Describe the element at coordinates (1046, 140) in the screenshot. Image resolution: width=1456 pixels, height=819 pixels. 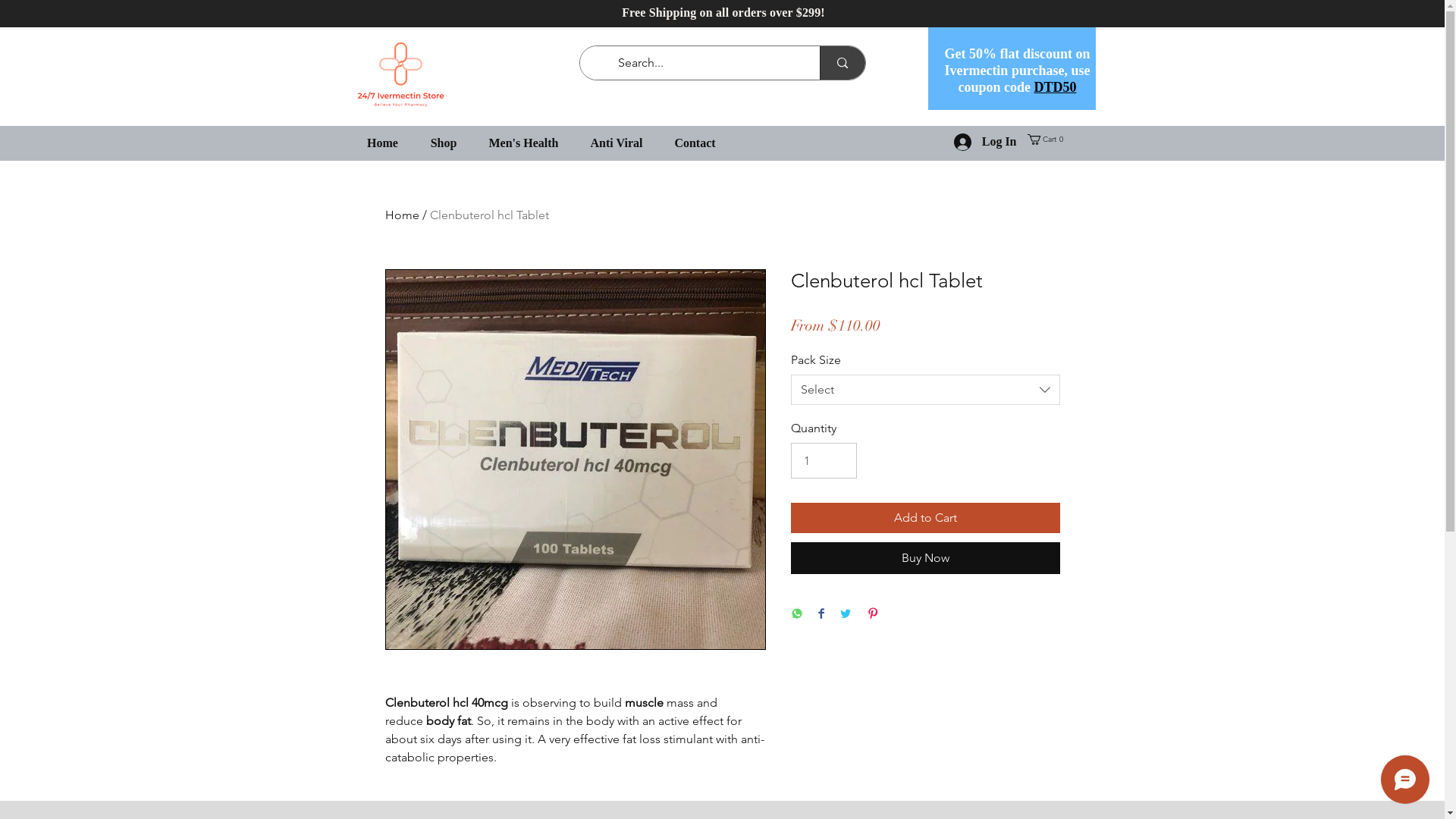
I see `'Cart` at that location.